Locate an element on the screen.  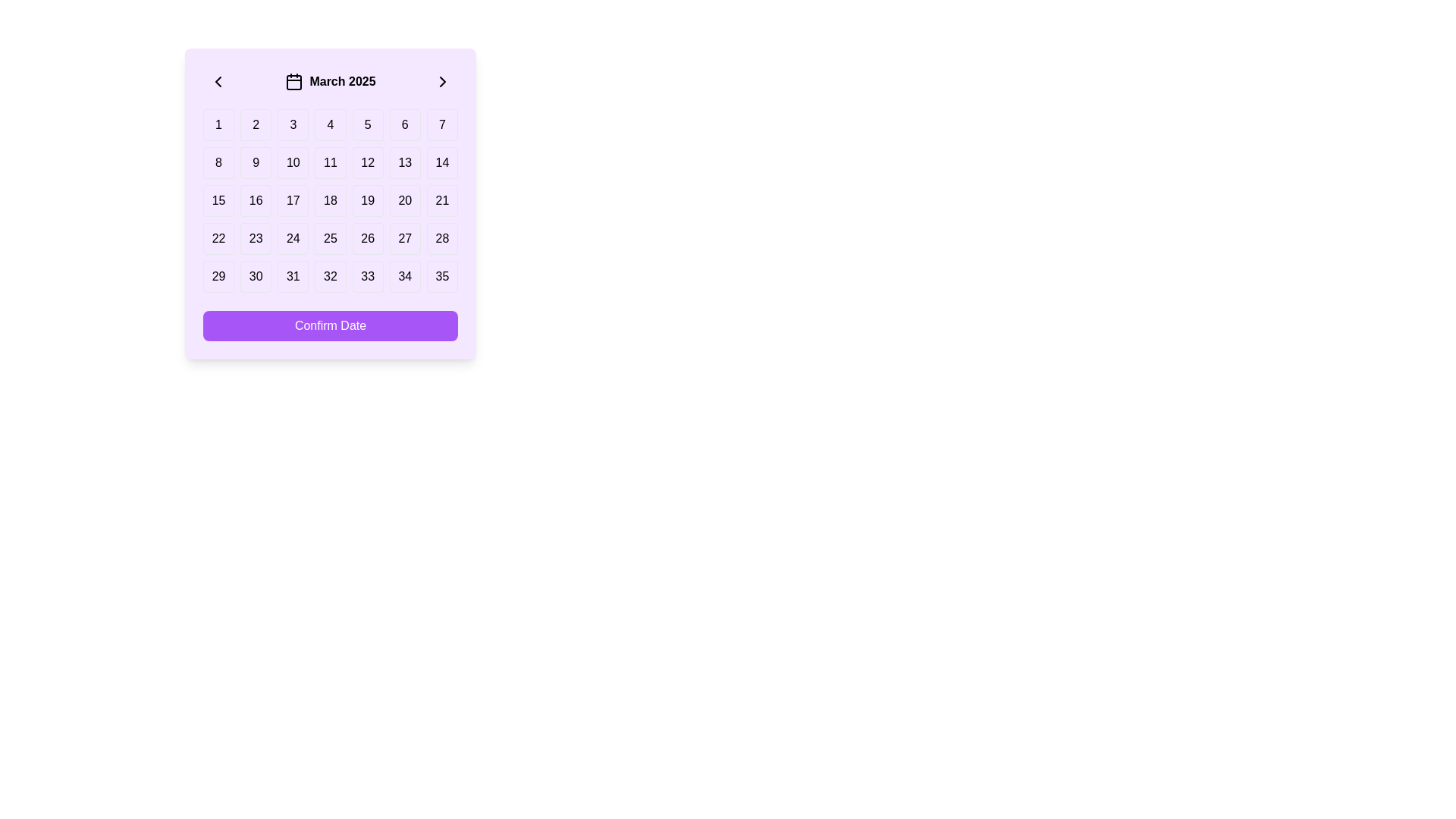
the Calendar date cell displaying the number '28' with a light purple background is located at coordinates (441, 239).